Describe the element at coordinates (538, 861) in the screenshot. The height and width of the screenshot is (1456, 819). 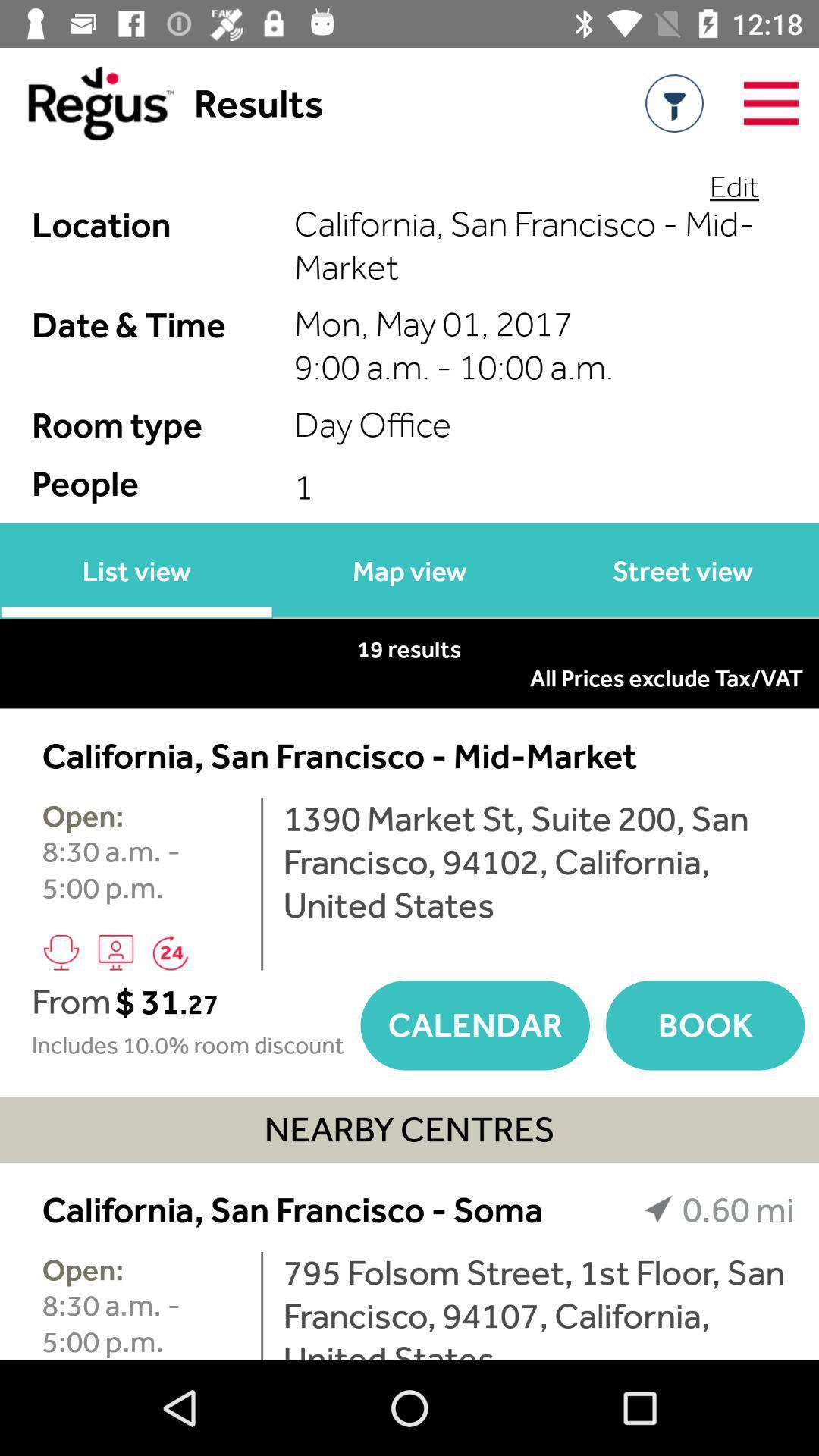
I see `icon below california san francisco item` at that location.